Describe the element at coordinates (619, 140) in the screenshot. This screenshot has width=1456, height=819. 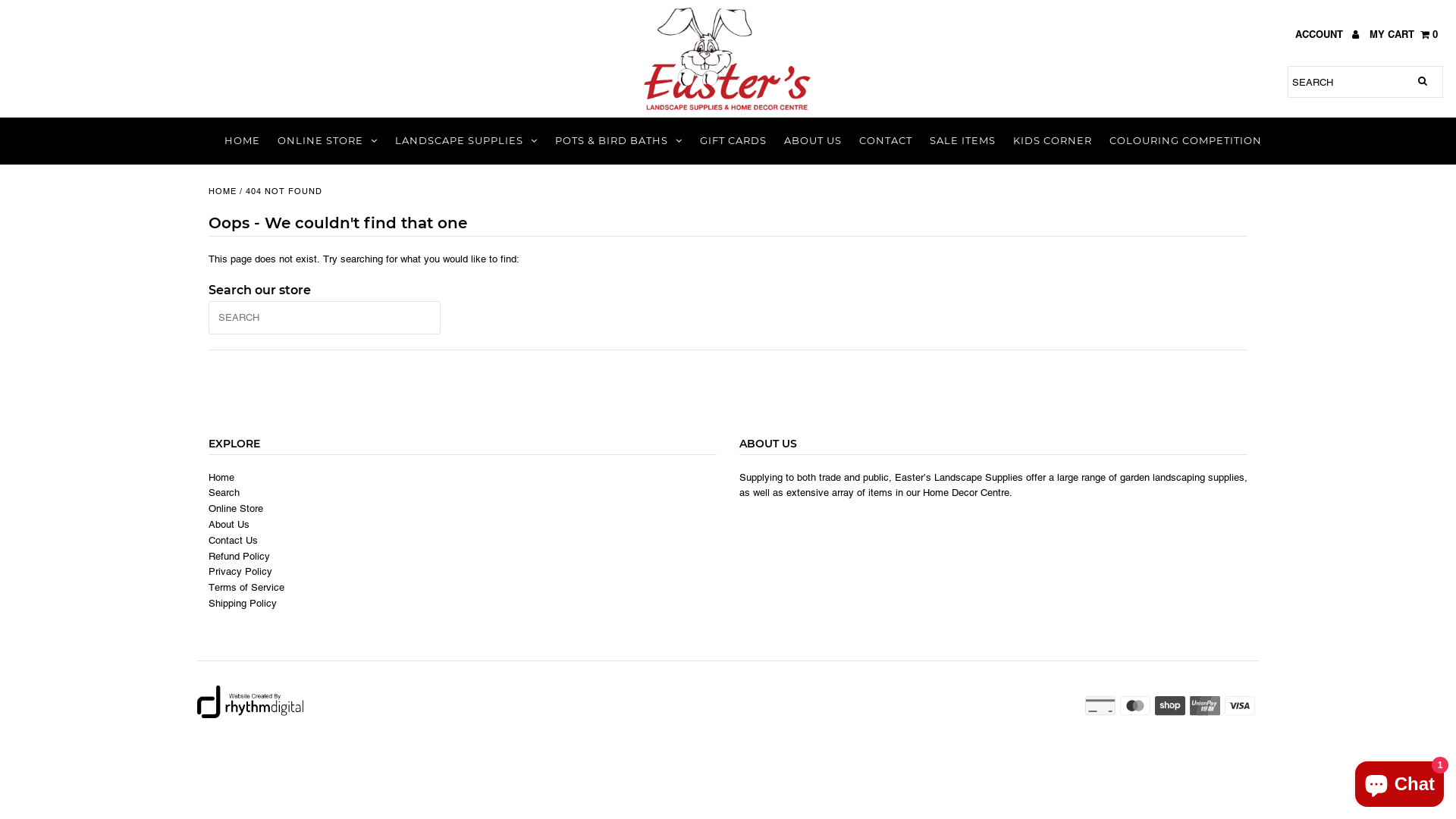
I see `'POTS & BIRD BATHS'` at that location.